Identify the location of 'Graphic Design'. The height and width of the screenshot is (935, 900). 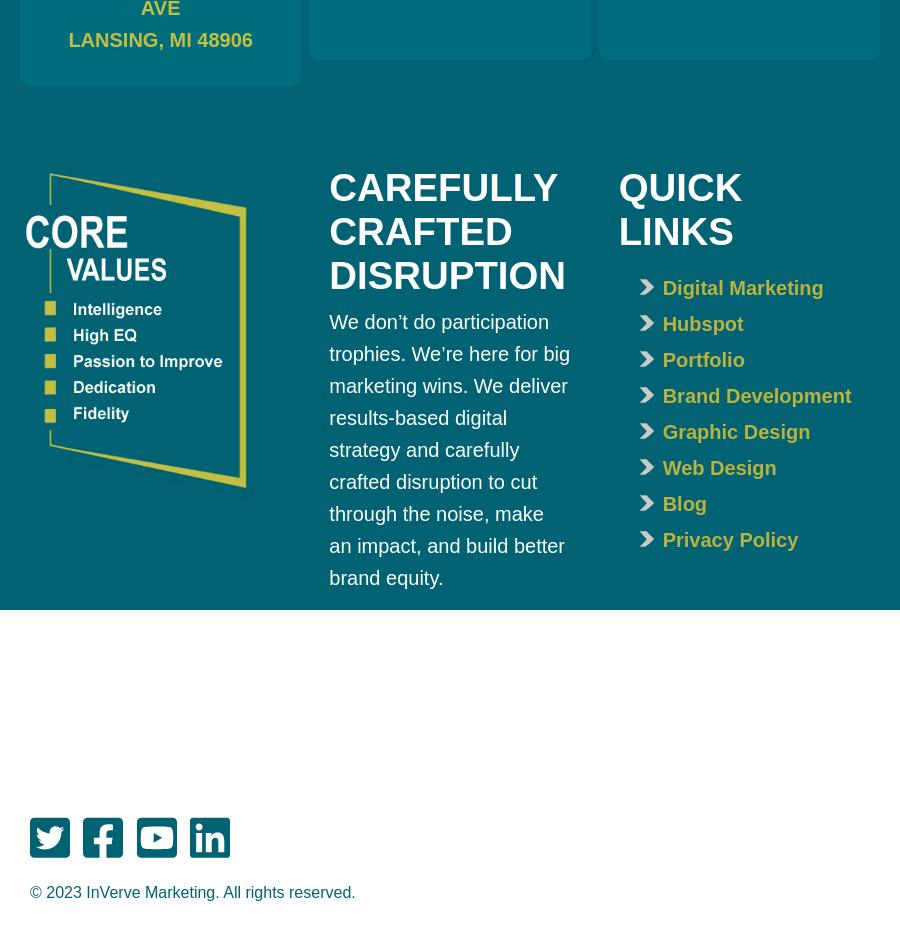
(735, 430).